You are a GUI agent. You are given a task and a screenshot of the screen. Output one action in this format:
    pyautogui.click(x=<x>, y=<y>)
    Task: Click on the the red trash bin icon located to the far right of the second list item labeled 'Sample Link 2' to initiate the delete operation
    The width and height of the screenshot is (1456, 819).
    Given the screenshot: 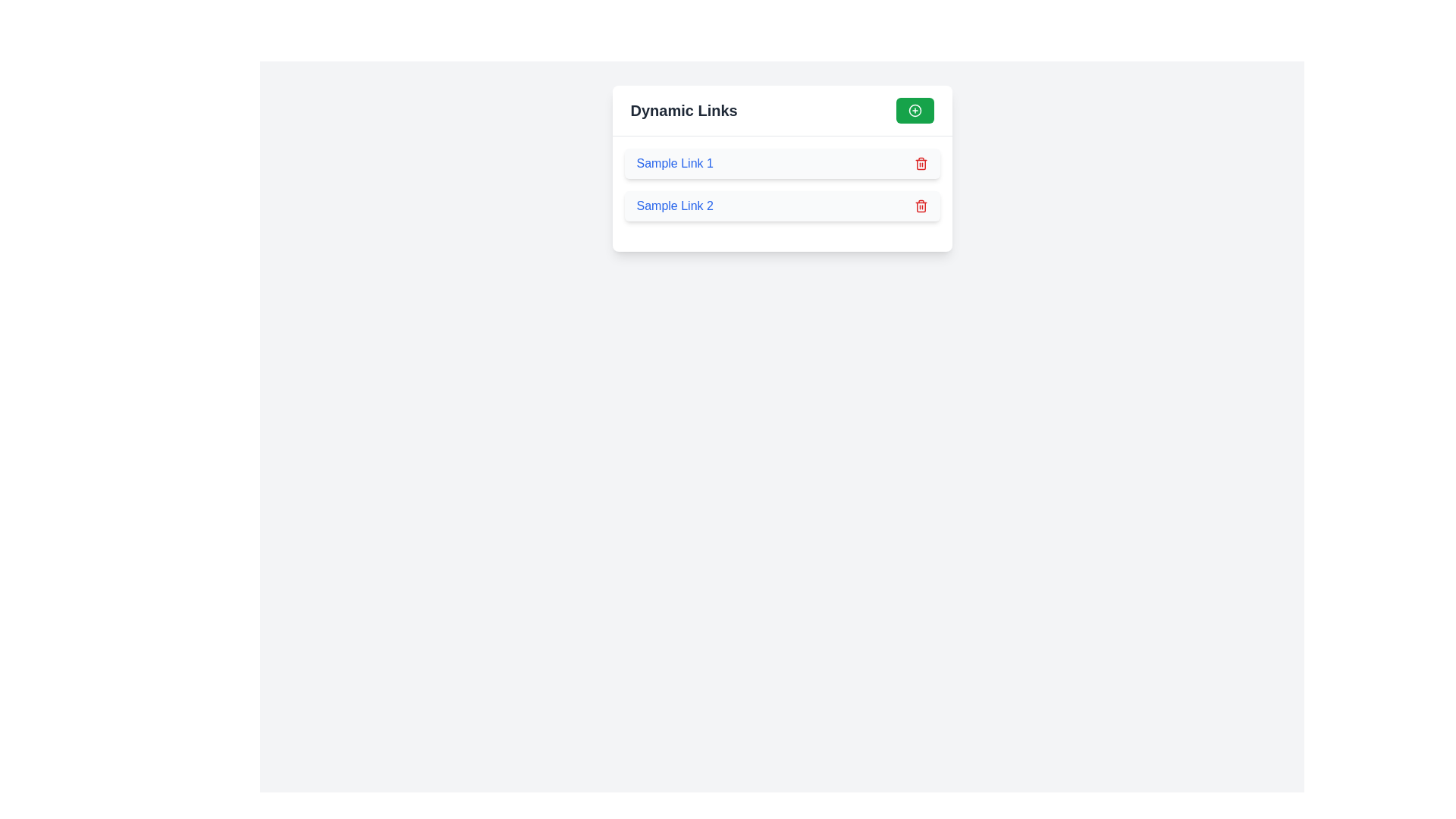 What is the action you would take?
    pyautogui.click(x=920, y=207)
    